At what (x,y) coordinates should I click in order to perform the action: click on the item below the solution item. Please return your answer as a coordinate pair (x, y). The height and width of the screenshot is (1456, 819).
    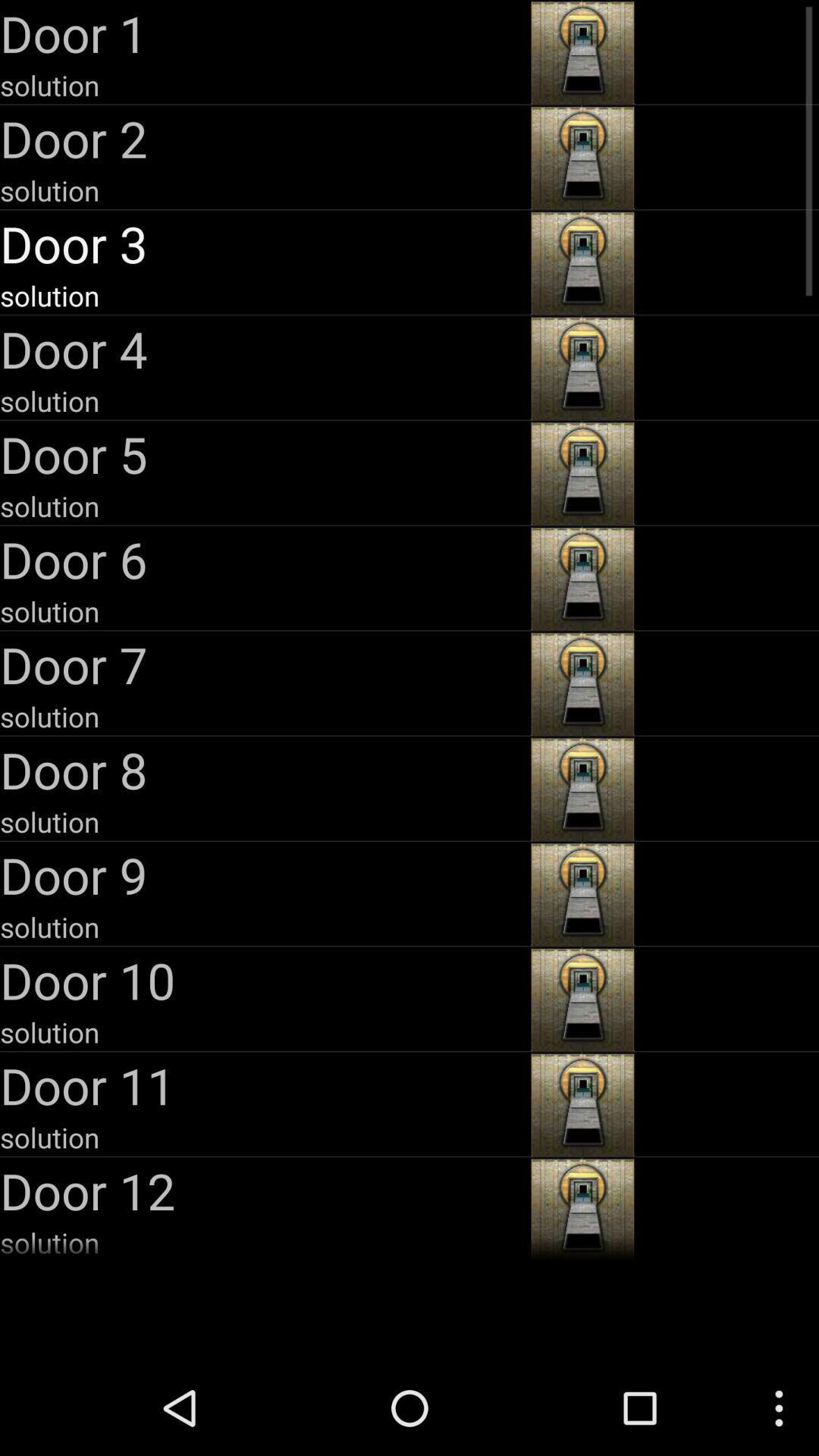
    Looking at the image, I should click on (262, 348).